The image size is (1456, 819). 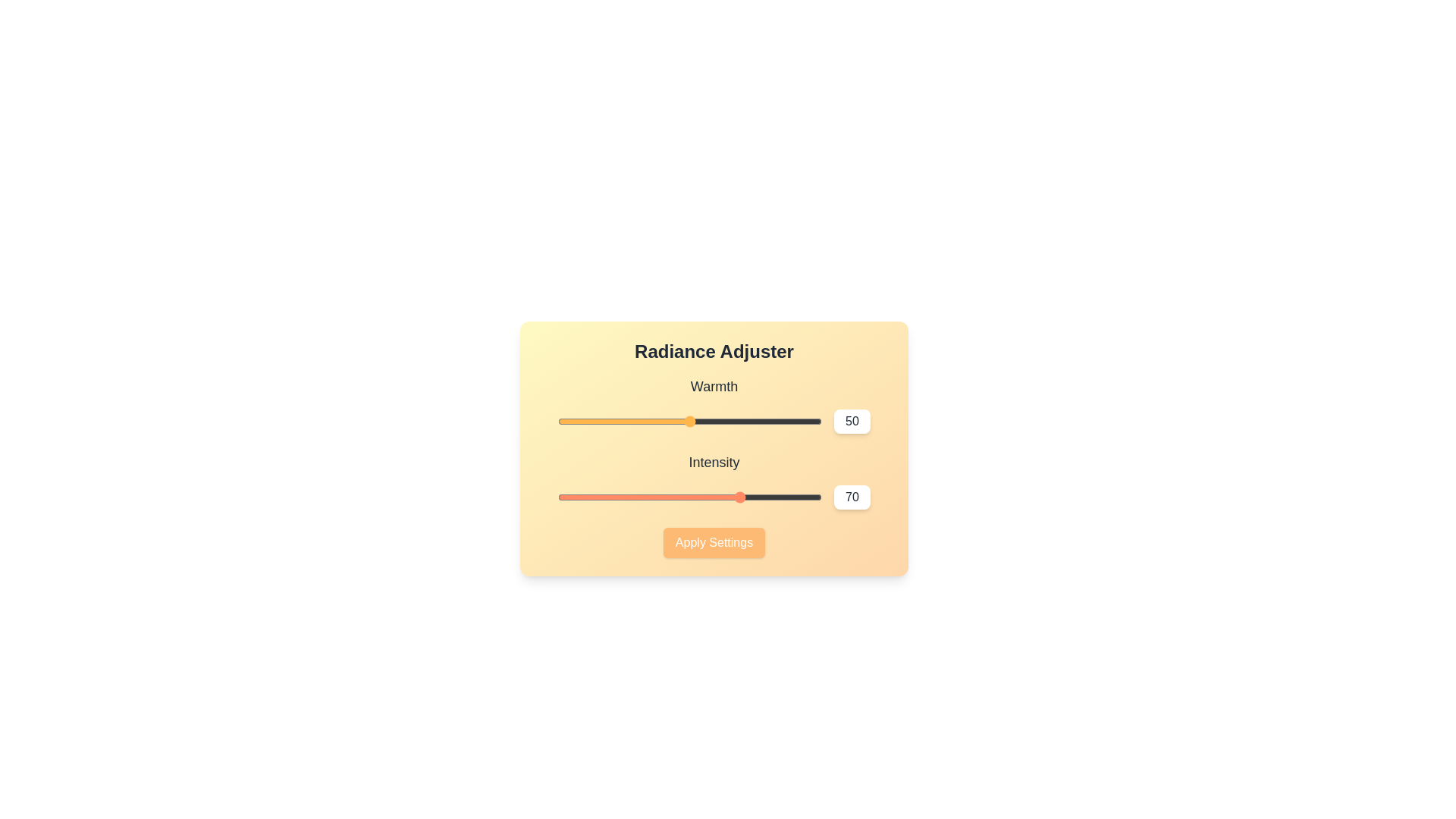 What do you see at coordinates (679, 421) in the screenshot?
I see `the 'Warmth' slider to 46` at bounding box center [679, 421].